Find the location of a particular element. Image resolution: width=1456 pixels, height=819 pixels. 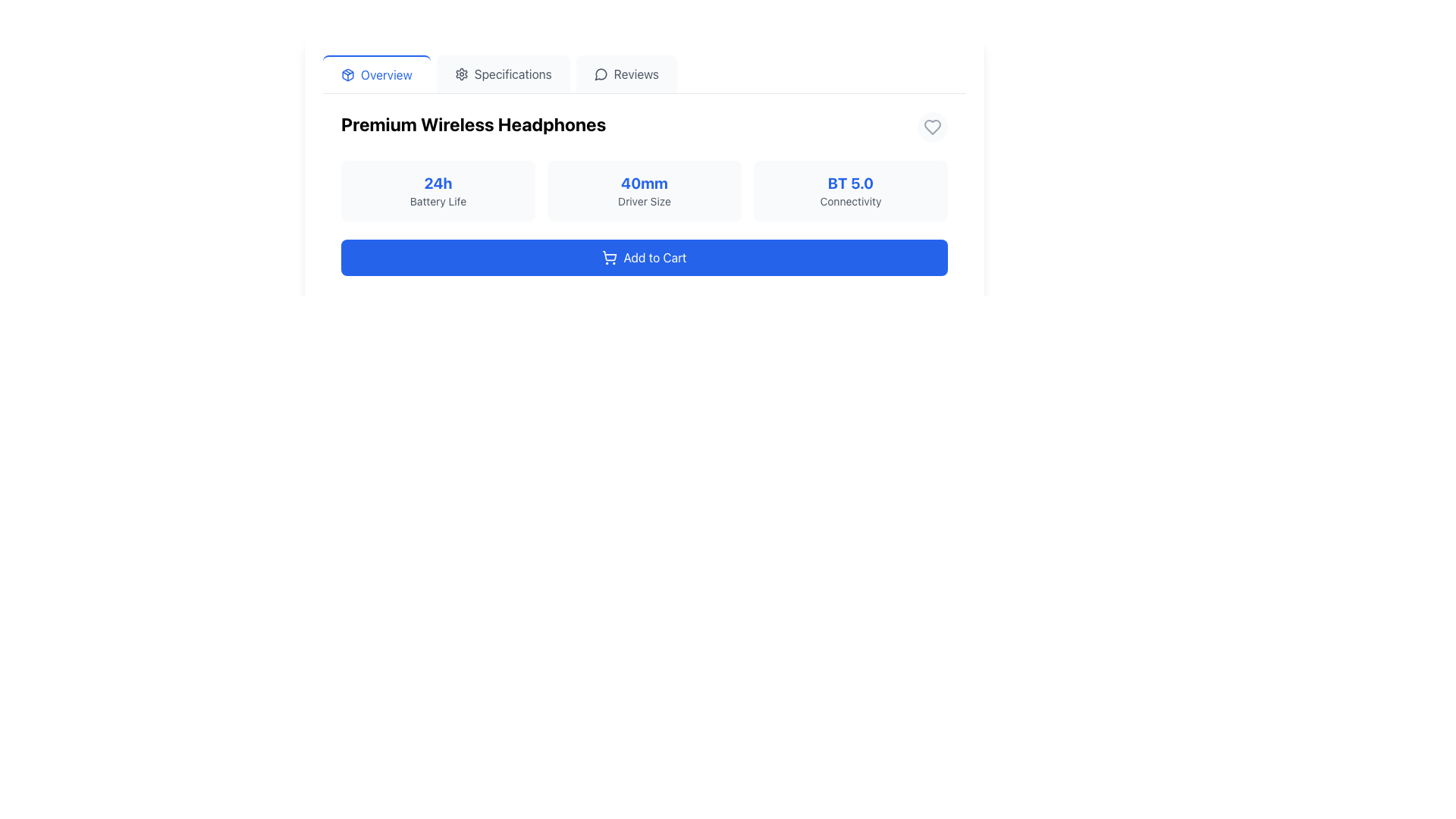

the text label that serves as a title or heading for the product, located near the top left of the interface, adjacent to a heart-shaped button is located at coordinates (472, 124).